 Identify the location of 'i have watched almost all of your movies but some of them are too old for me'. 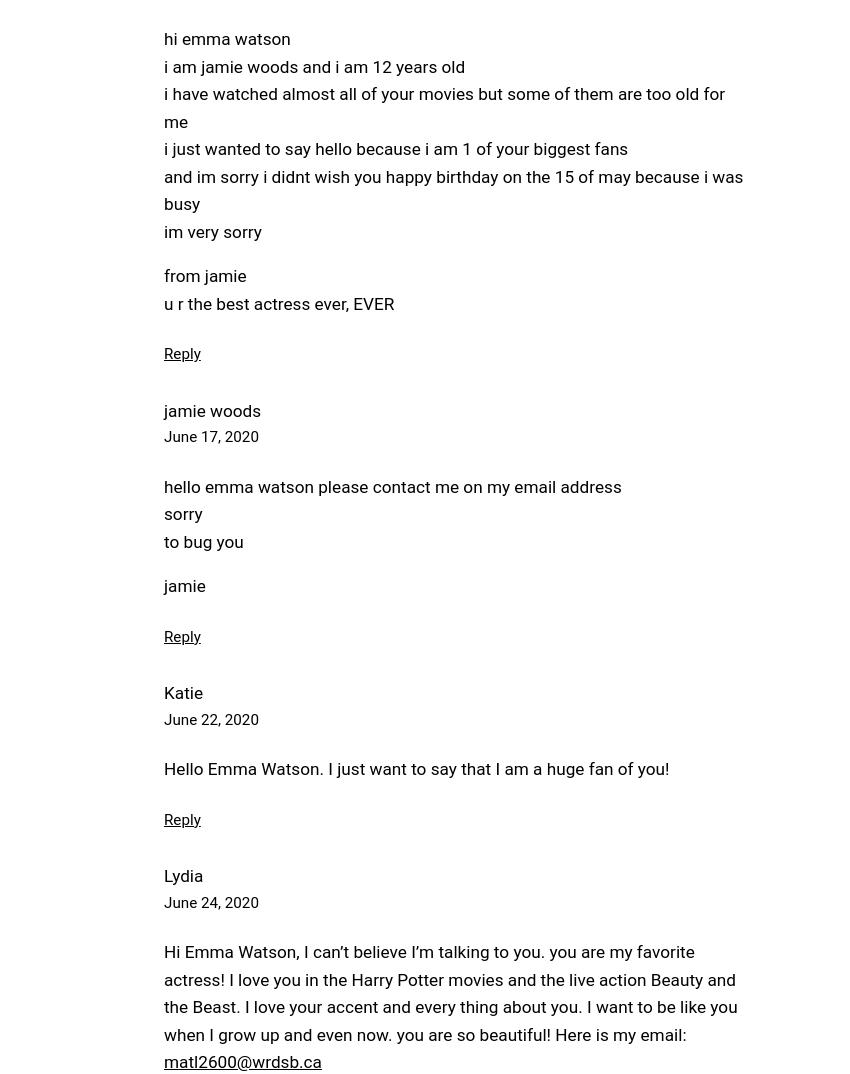
(443, 107).